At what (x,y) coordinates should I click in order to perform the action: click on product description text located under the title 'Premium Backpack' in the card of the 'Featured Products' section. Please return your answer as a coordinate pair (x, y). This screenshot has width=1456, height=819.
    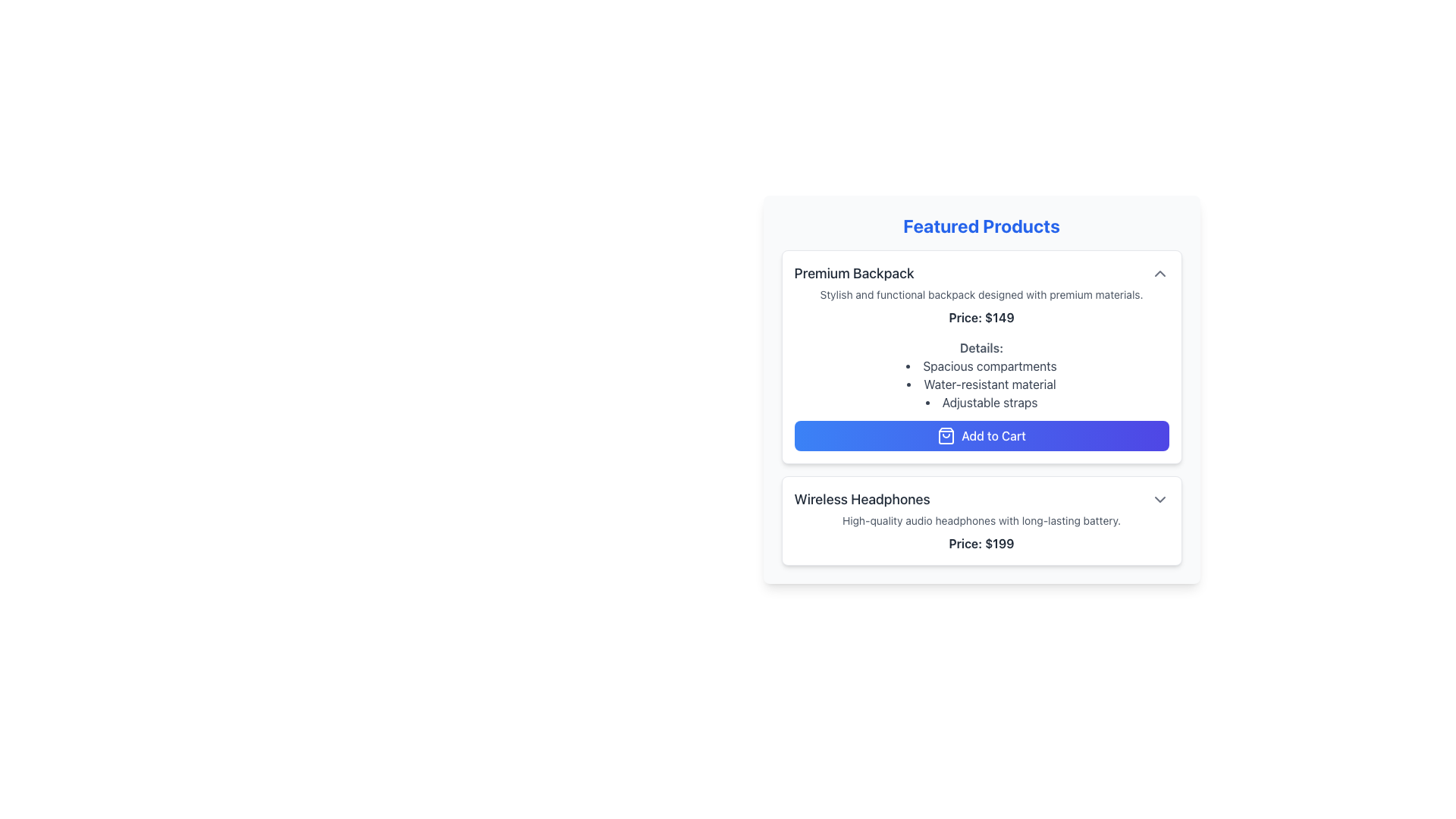
    Looking at the image, I should click on (981, 295).